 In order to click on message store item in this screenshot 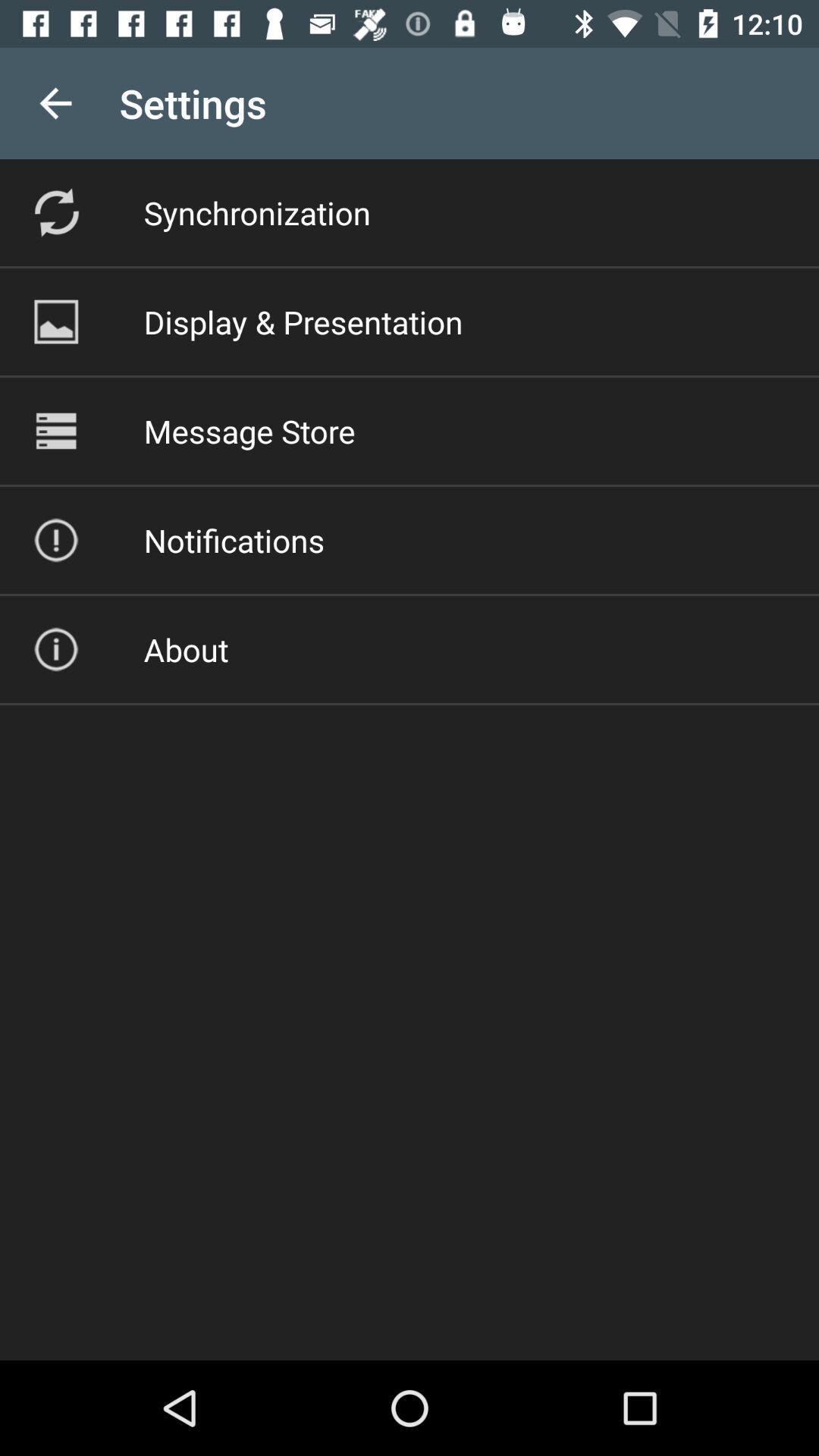, I will do `click(249, 430)`.